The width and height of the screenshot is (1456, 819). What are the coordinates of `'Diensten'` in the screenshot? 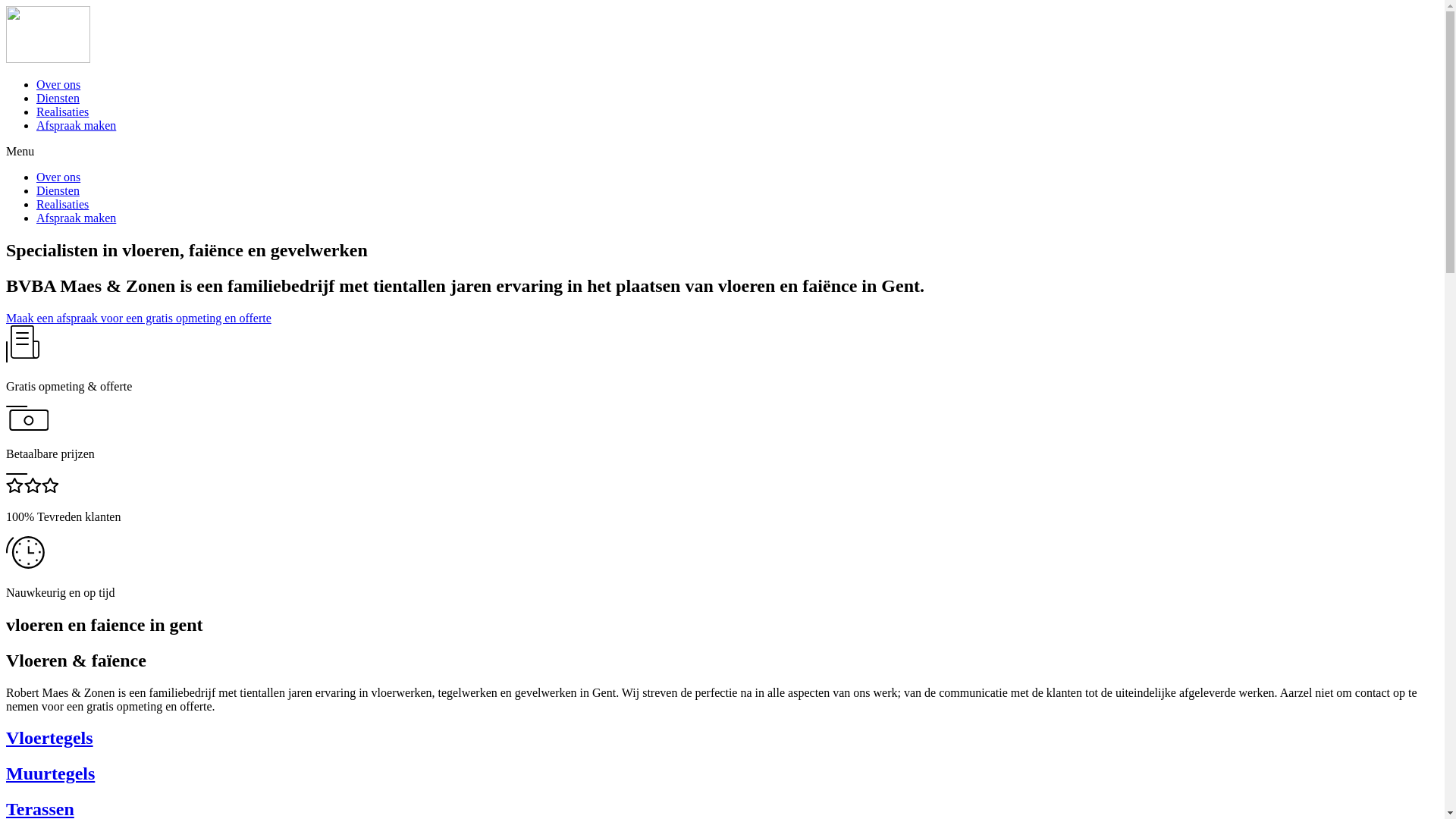 It's located at (58, 190).